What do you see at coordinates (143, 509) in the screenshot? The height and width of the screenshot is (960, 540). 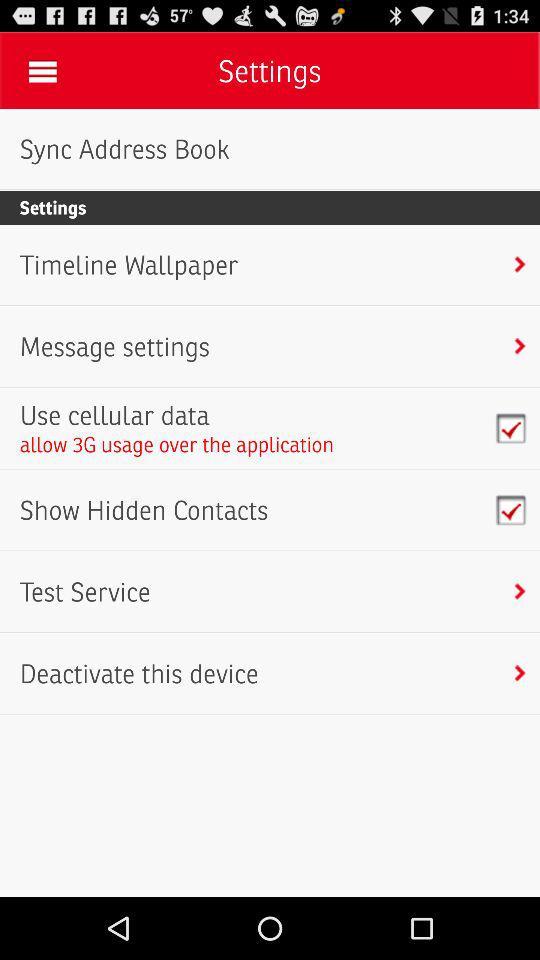 I see `the show hidden contacts item` at bounding box center [143, 509].